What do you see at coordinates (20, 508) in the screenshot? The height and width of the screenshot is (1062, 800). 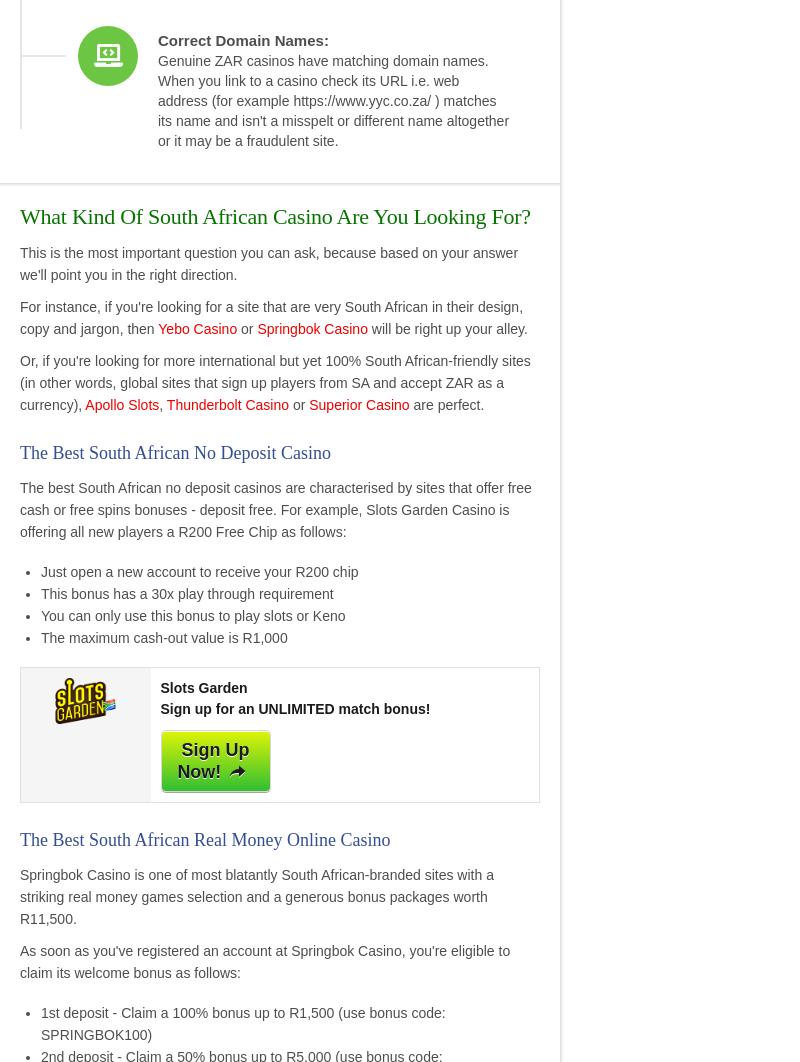 I see `'The best South African no deposit casinos are characterised by sites that offer free cash or free spins bonuses - deposit free. For example, Slots Garden Casino is offering all new players a R200 Free Chip as follows:'` at bounding box center [20, 508].